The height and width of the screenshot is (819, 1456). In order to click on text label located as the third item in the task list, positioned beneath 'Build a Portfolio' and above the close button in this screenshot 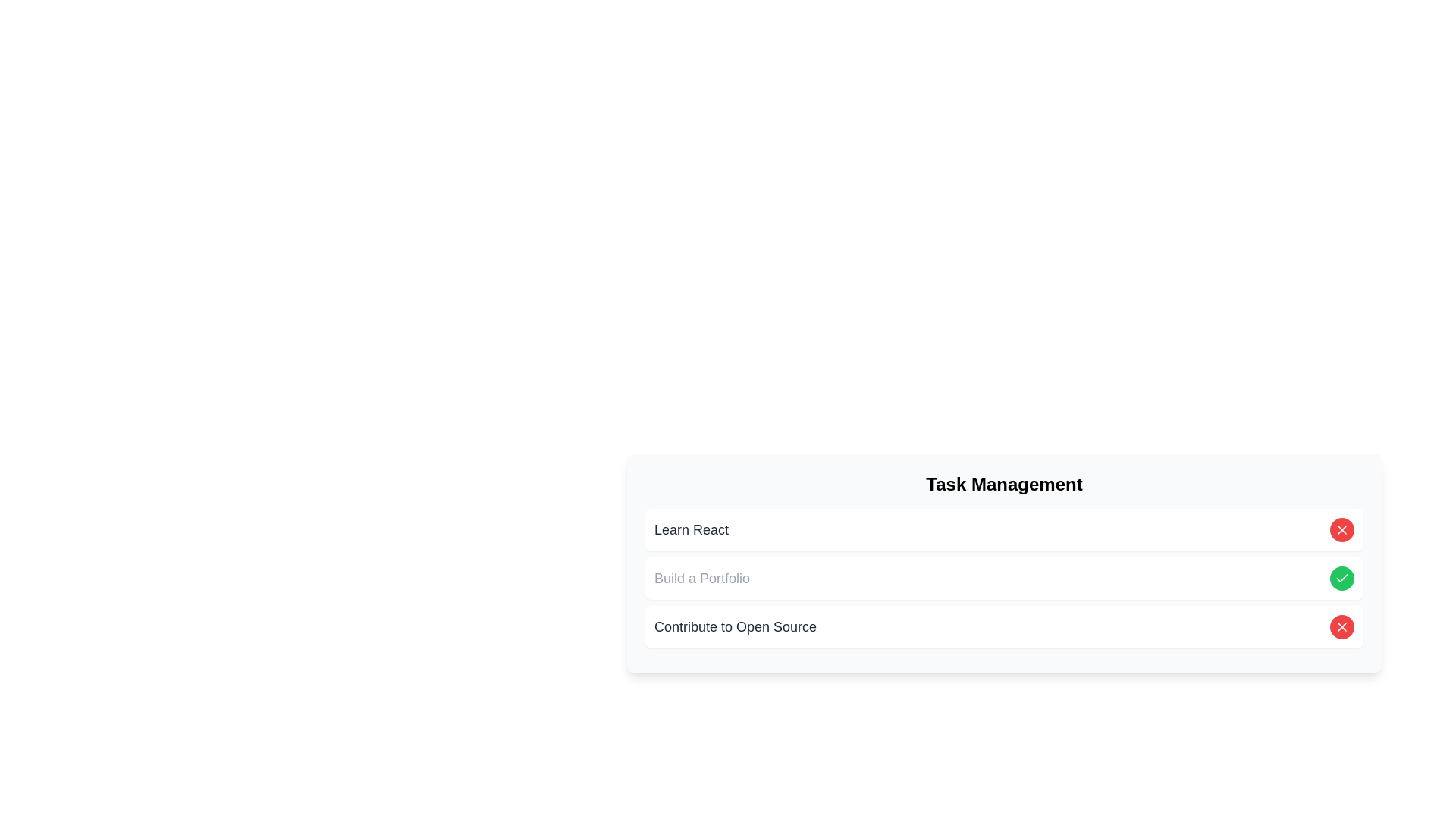, I will do `click(735, 626)`.